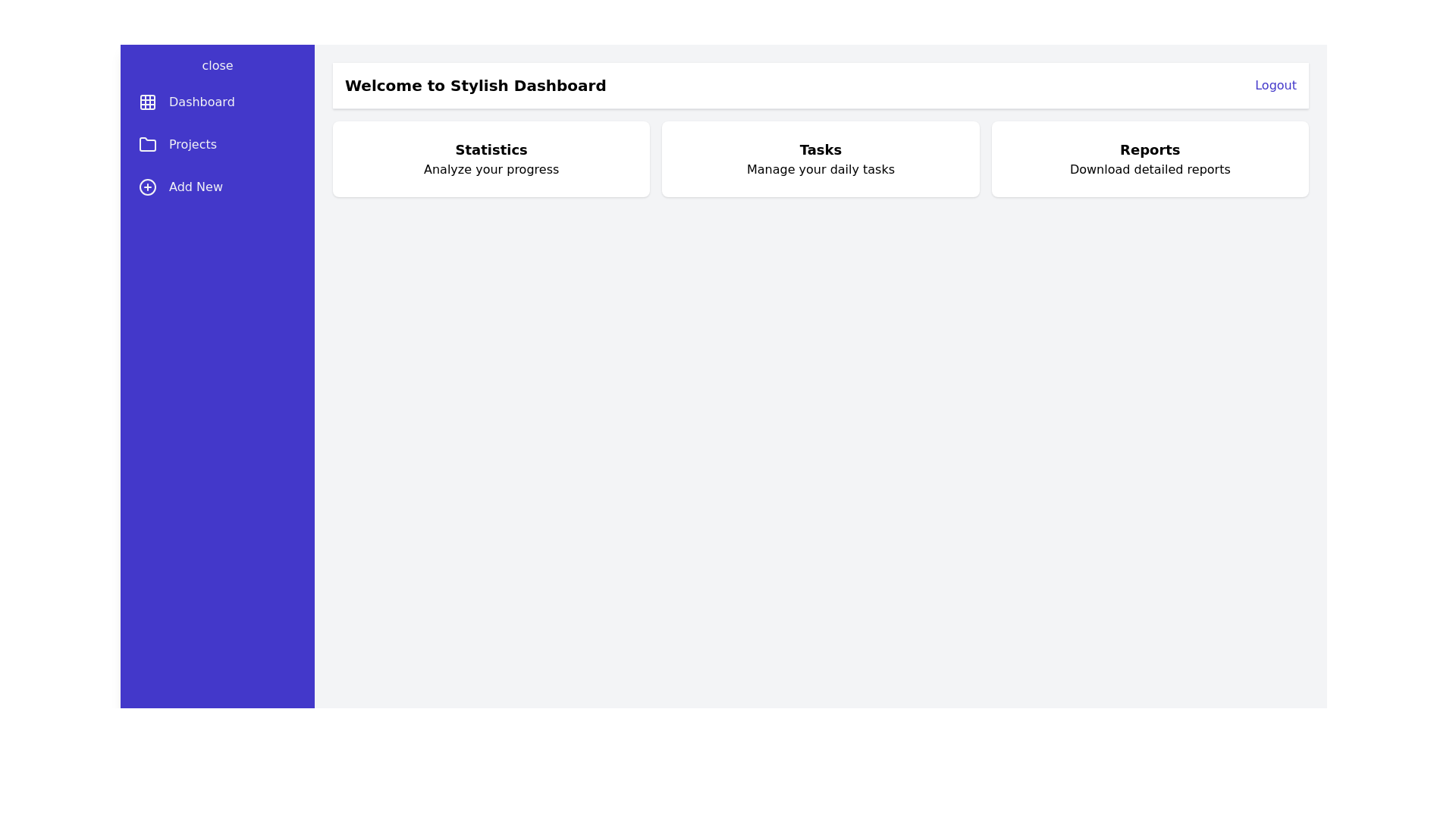  What do you see at coordinates (475, 85) in the screenshot?
I see `the text heading element that serves as a greeting or title for the Stylish Dashboard application, located at the top section of the interface` at bounding box center [475, 85].